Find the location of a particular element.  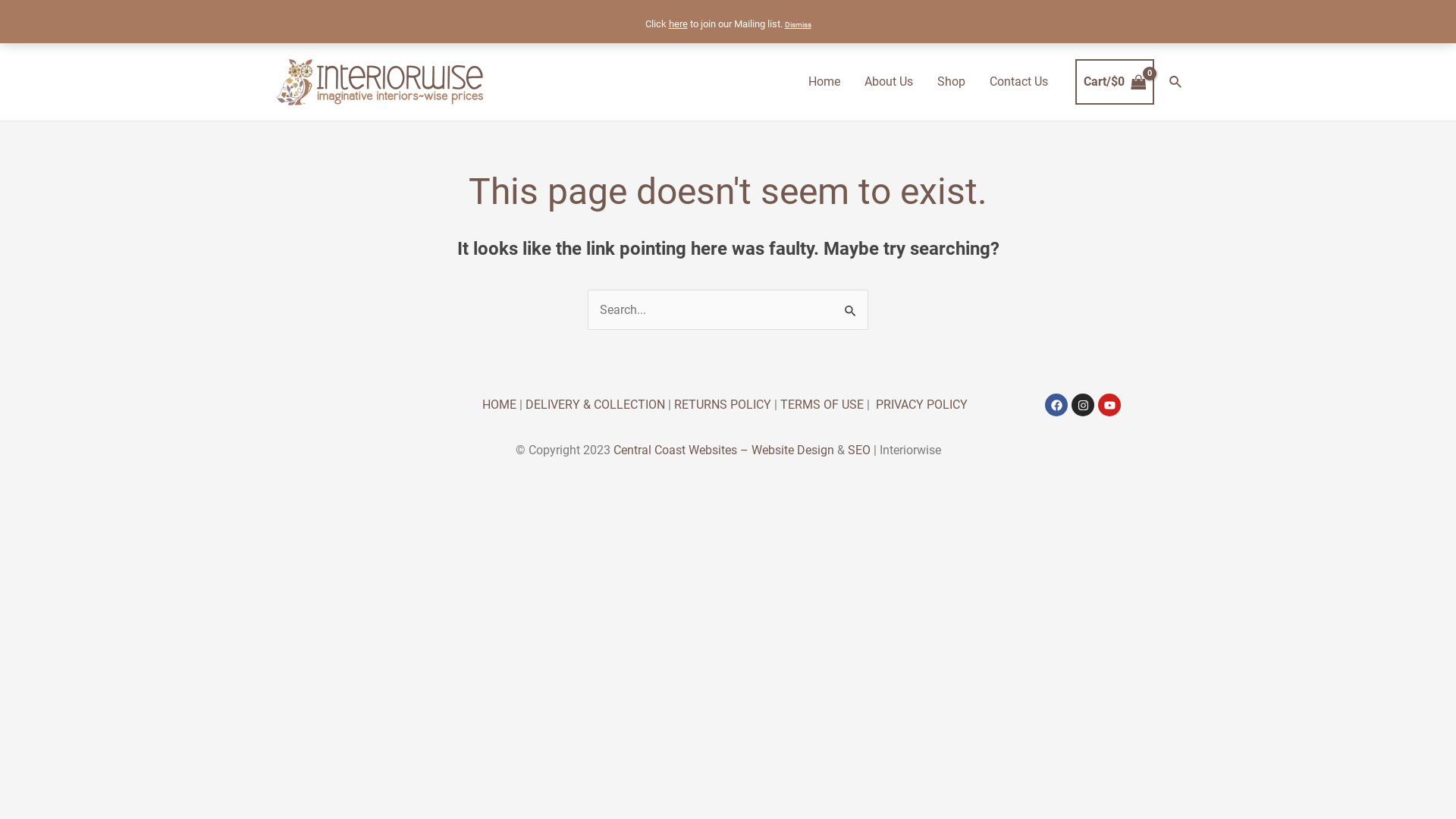

'Youtube' is located at coordinates (1109, 403).